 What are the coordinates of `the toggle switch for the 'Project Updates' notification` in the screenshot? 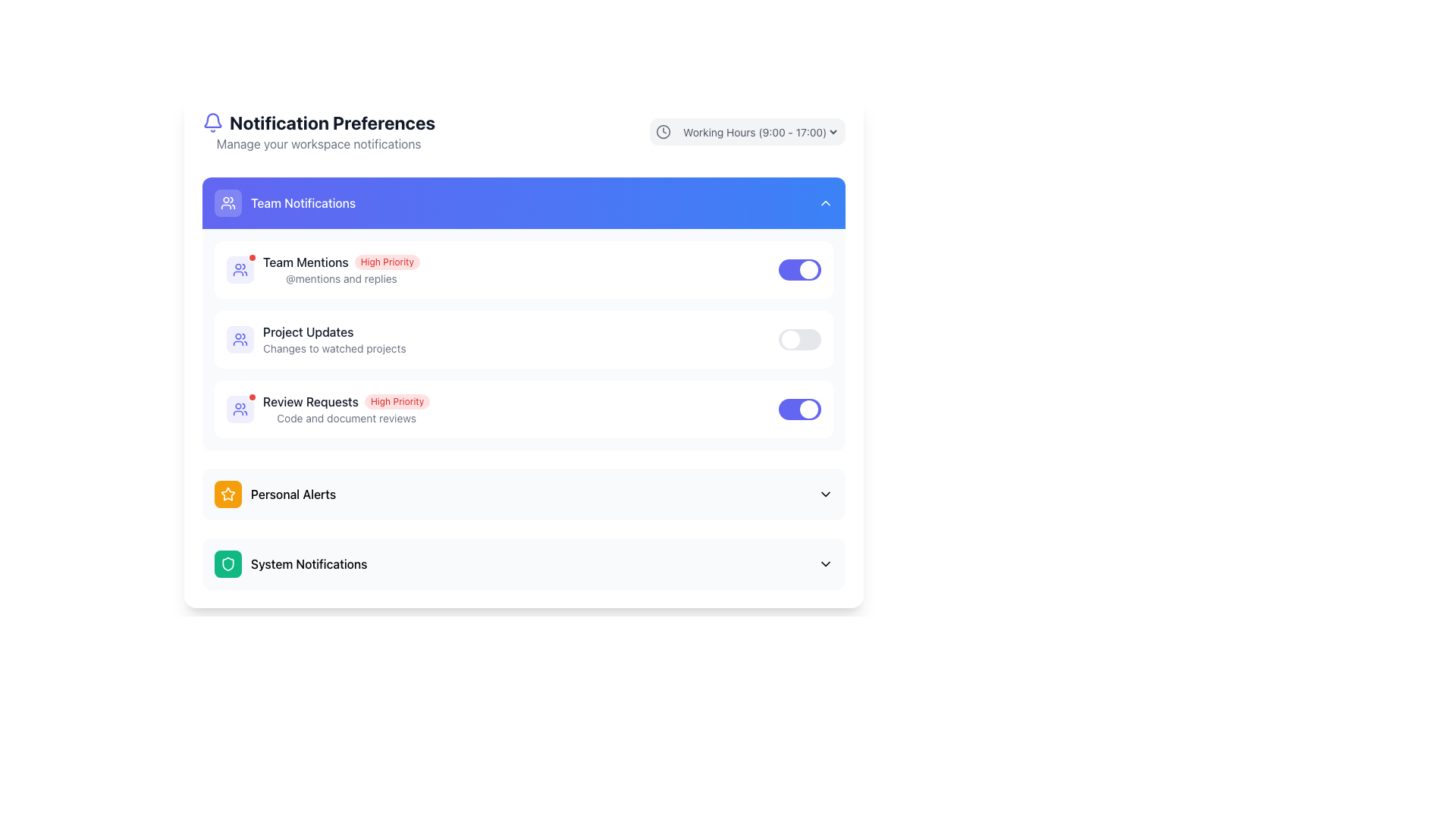 It's located at (524, 338).